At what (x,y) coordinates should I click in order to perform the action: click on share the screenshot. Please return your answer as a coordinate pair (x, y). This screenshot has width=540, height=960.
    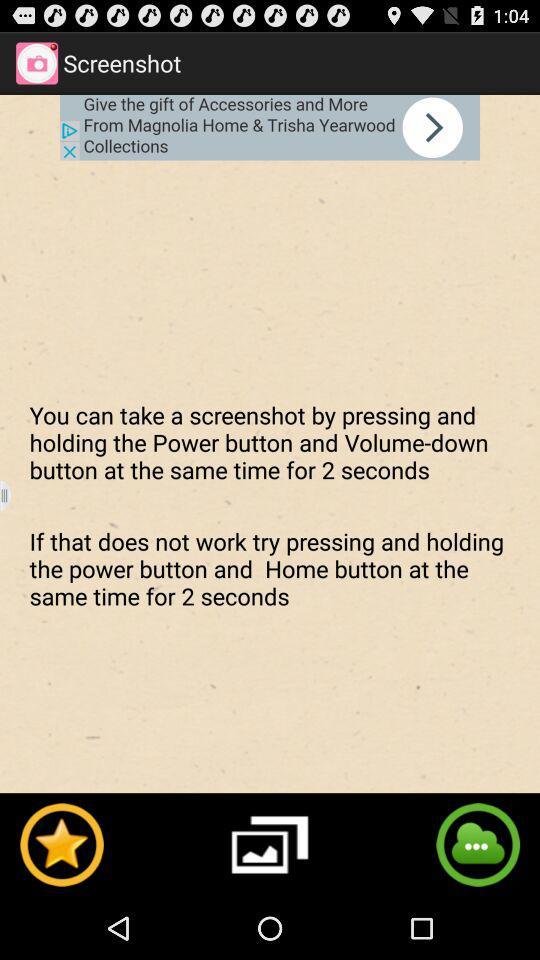
    Looking at the image, I should click on (477, 843).